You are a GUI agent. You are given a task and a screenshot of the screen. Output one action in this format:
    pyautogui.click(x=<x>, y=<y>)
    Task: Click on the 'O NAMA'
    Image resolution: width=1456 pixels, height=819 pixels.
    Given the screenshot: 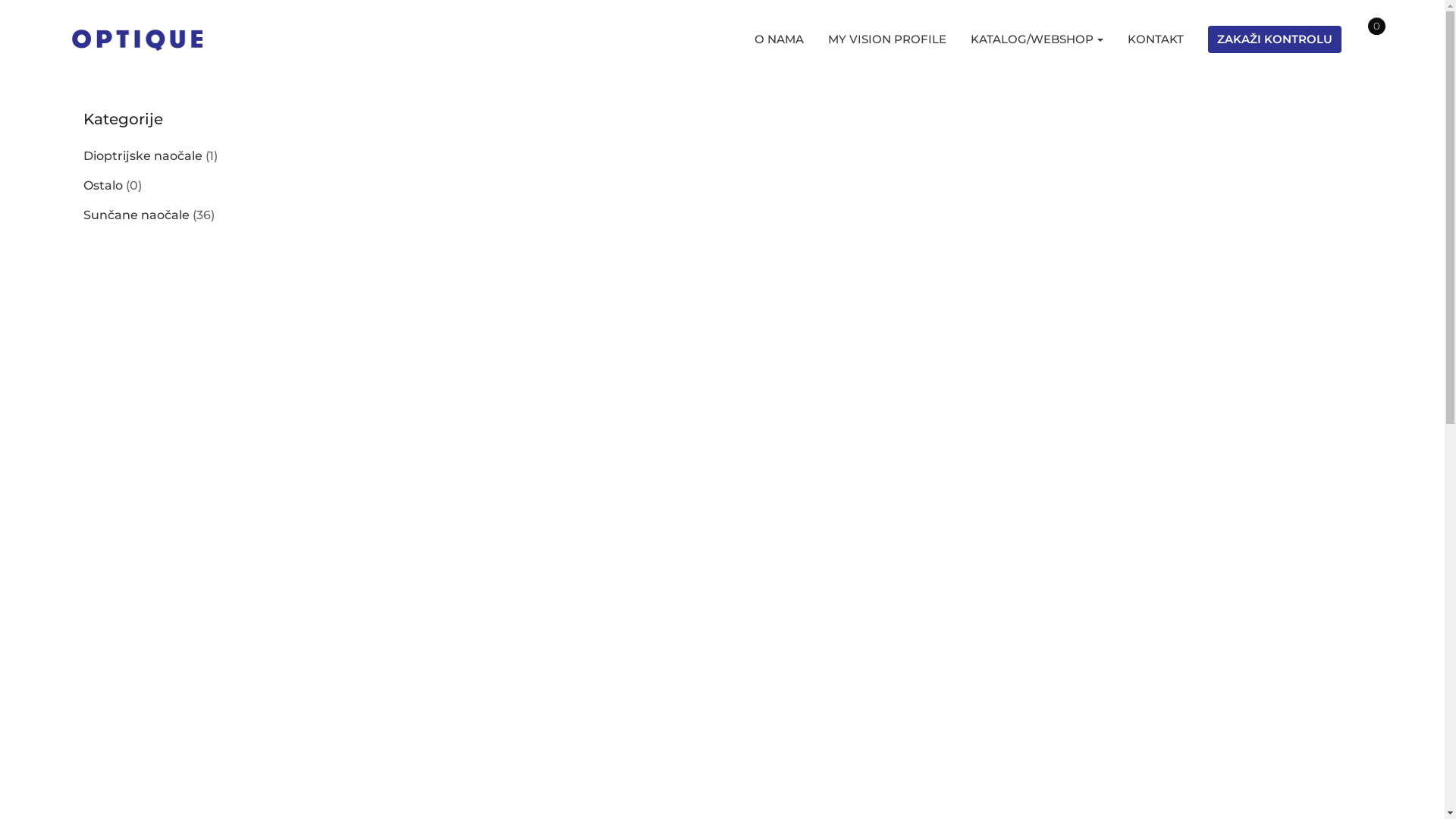 What is the action you would take?
    pyautogui.click(x=754, y=38)
    